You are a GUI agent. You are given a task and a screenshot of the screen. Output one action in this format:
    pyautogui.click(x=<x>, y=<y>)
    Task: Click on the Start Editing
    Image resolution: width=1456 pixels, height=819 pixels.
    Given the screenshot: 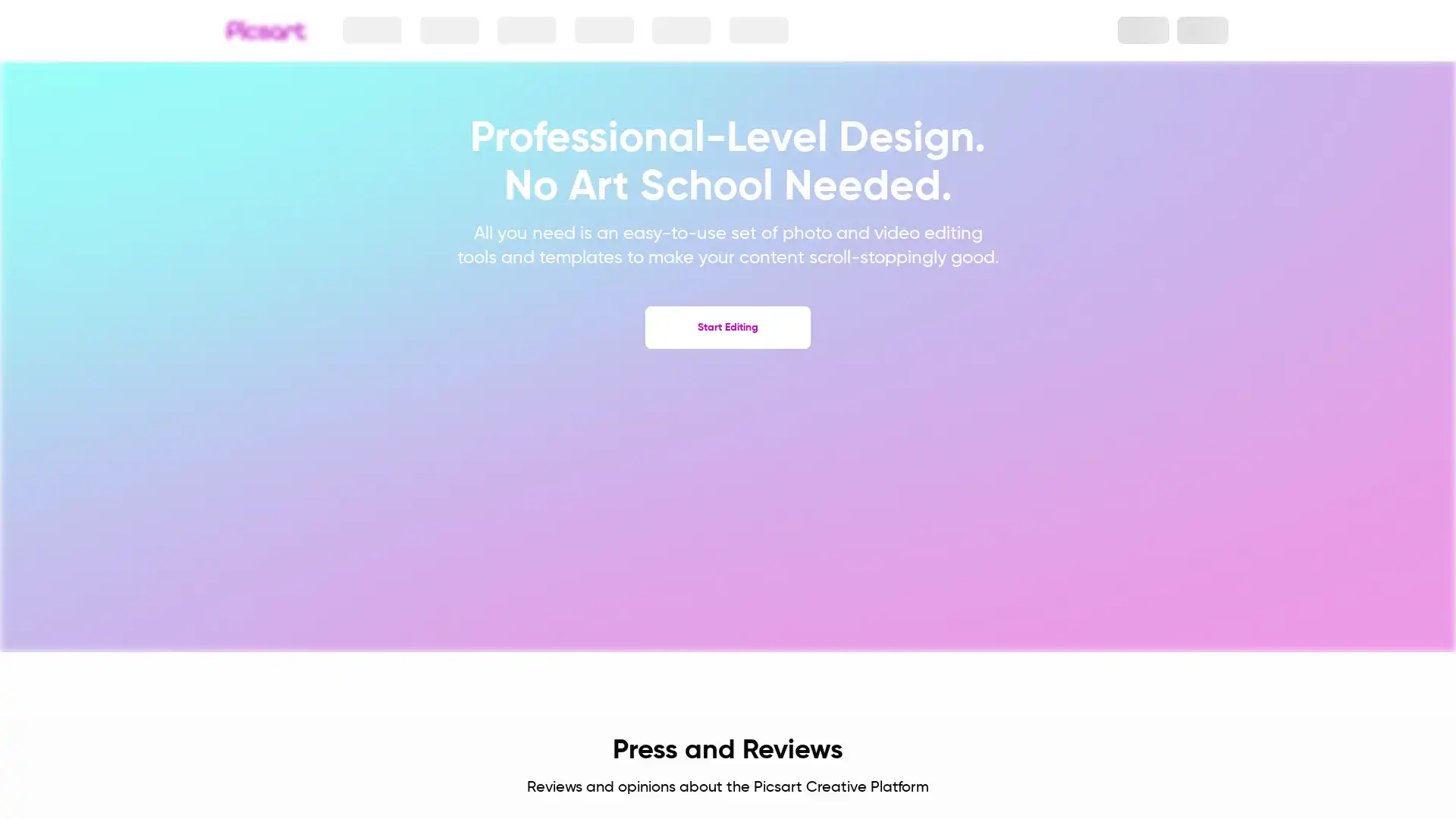 What is the action you would take?
    pyautogui.click(x=728, y=327)
    